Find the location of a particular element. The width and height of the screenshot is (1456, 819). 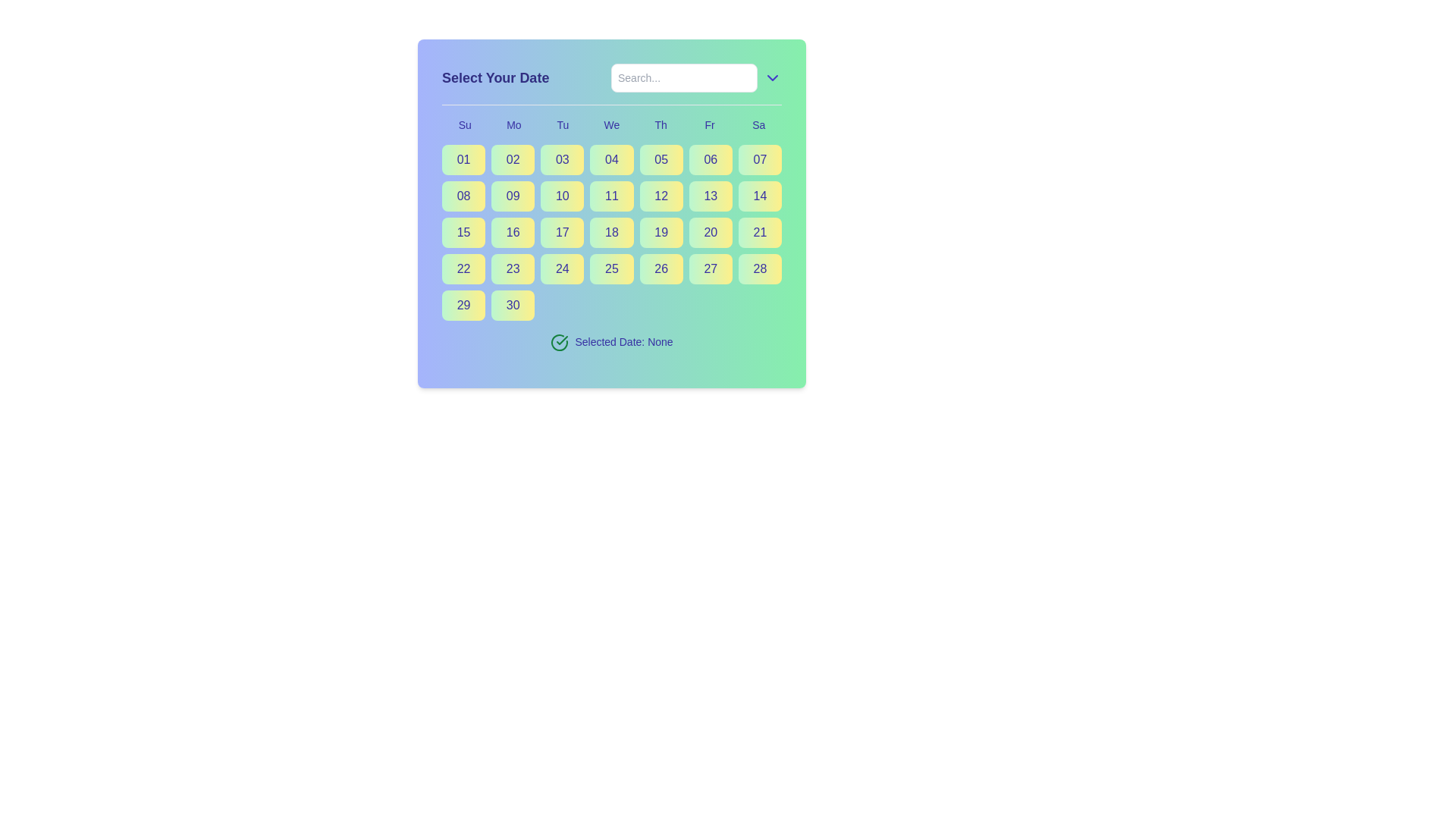

outer circular boundary of the checkmark icon indicating a successful state, located next to the text 'Selected Date: None' is located at coordinates (559, 342).